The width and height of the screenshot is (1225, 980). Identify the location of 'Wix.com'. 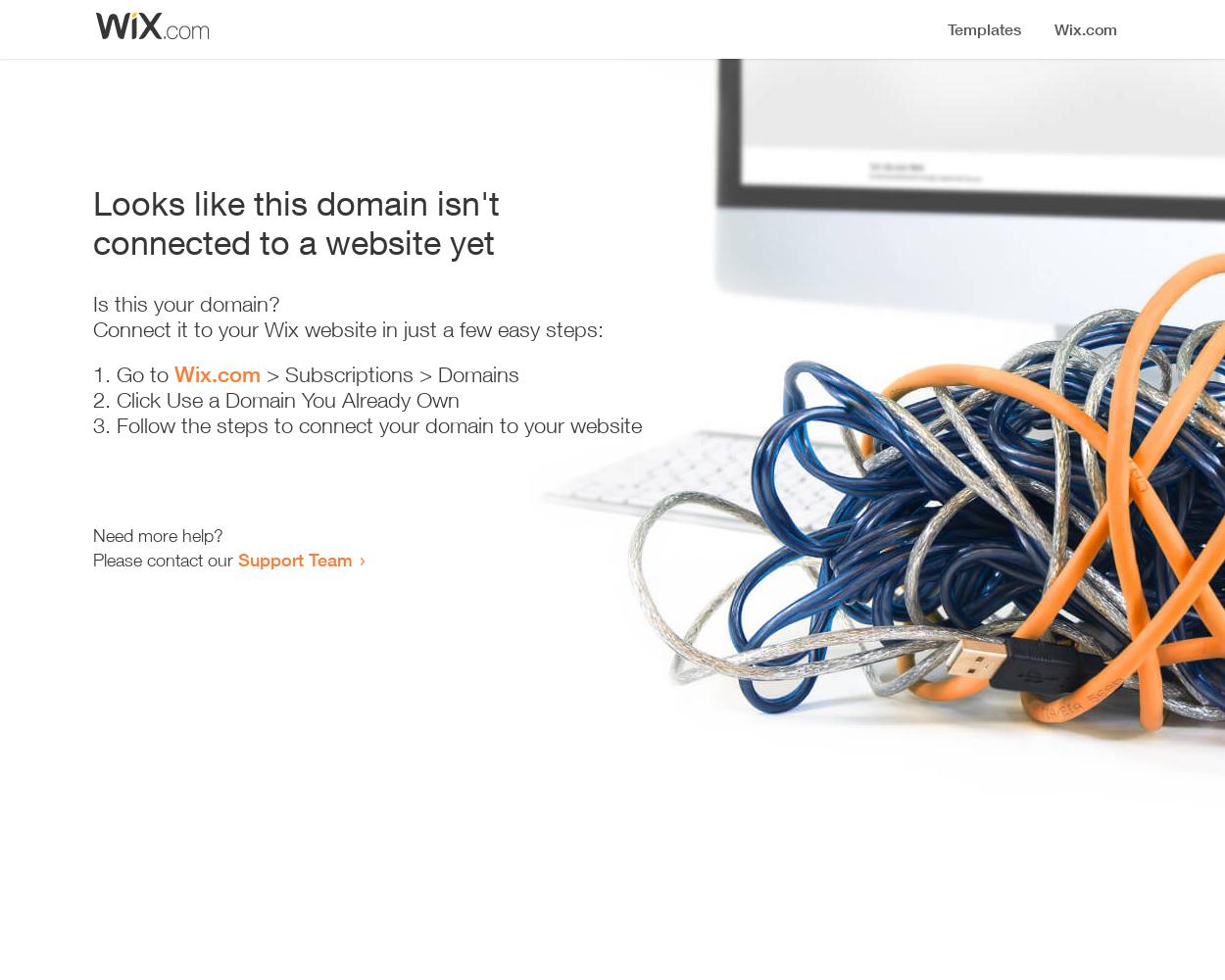
(217, 374).